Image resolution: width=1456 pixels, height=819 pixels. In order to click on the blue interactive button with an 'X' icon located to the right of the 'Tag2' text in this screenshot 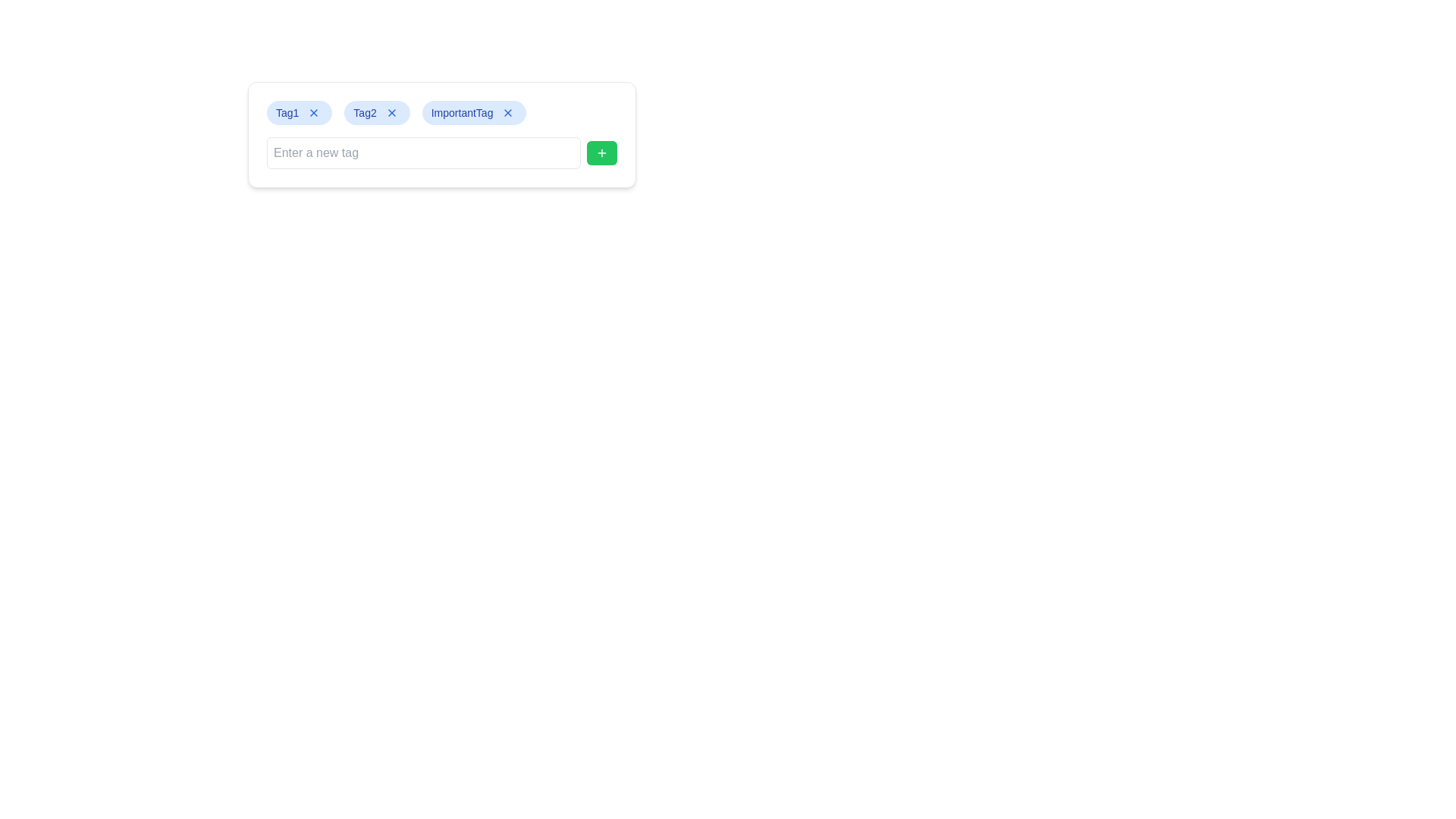, I will do `click(391, 112)`.